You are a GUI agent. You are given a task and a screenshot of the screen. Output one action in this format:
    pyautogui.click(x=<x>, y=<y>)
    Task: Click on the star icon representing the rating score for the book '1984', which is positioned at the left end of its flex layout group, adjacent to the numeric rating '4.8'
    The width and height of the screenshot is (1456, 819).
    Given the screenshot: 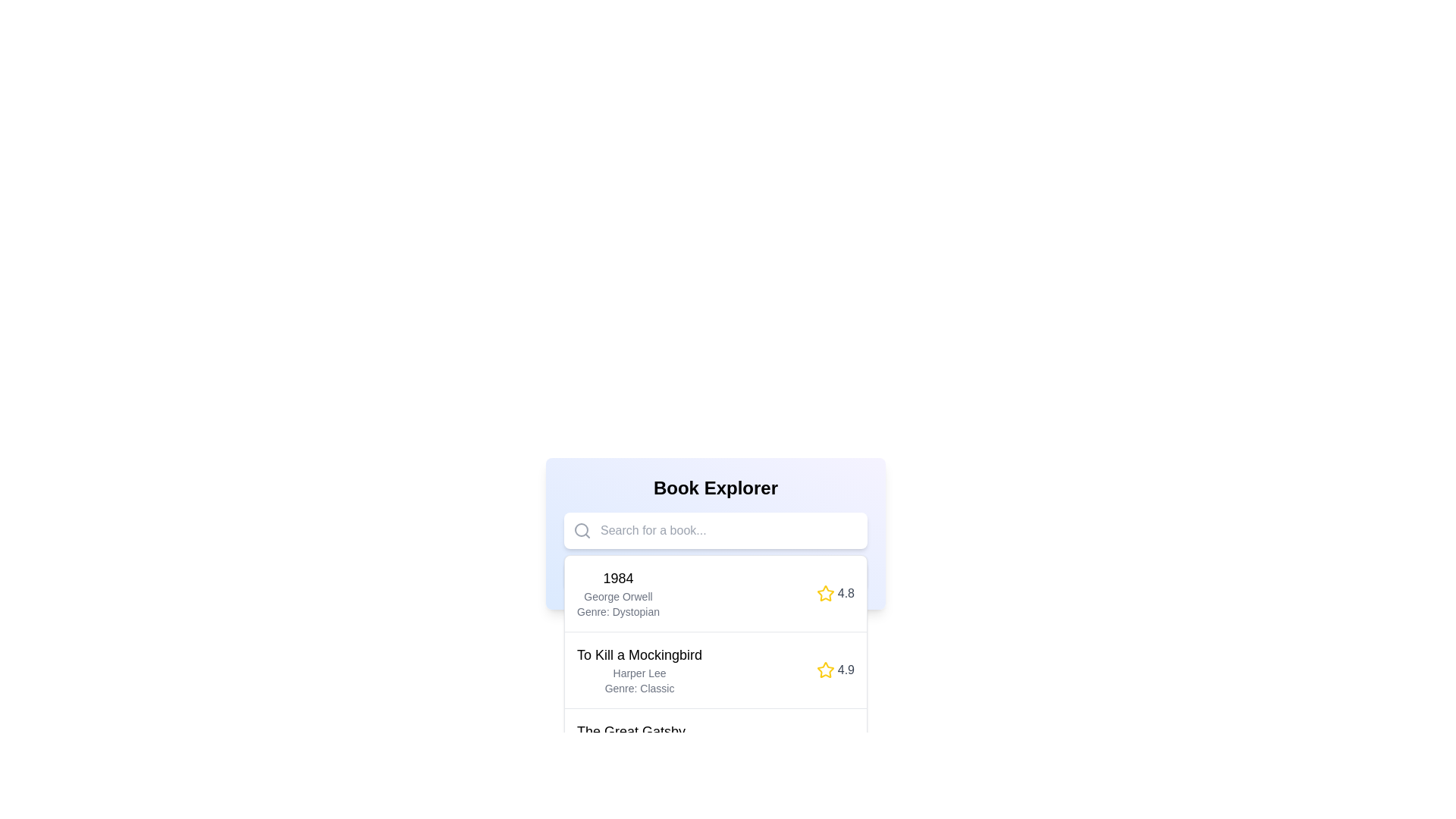 What is the action you would take?
    pyautogui.click(x=824, y=593)
    